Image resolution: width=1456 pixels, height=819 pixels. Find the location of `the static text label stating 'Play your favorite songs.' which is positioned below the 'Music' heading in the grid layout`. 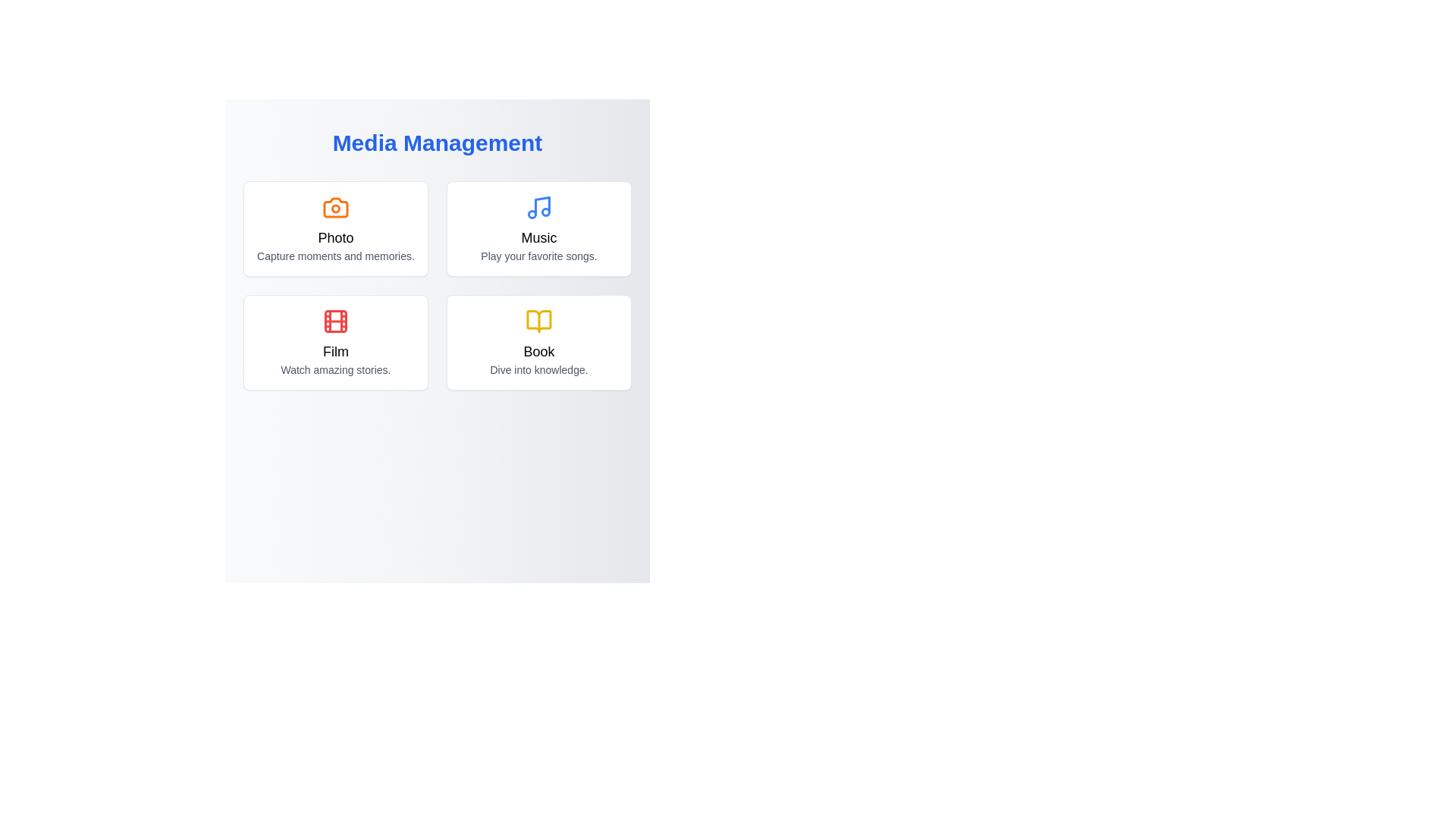

the static text label stating 'Play your favorite songs.' which is positioned below the 'Music' heading in the grid layout is located at coordinates (538, 256).